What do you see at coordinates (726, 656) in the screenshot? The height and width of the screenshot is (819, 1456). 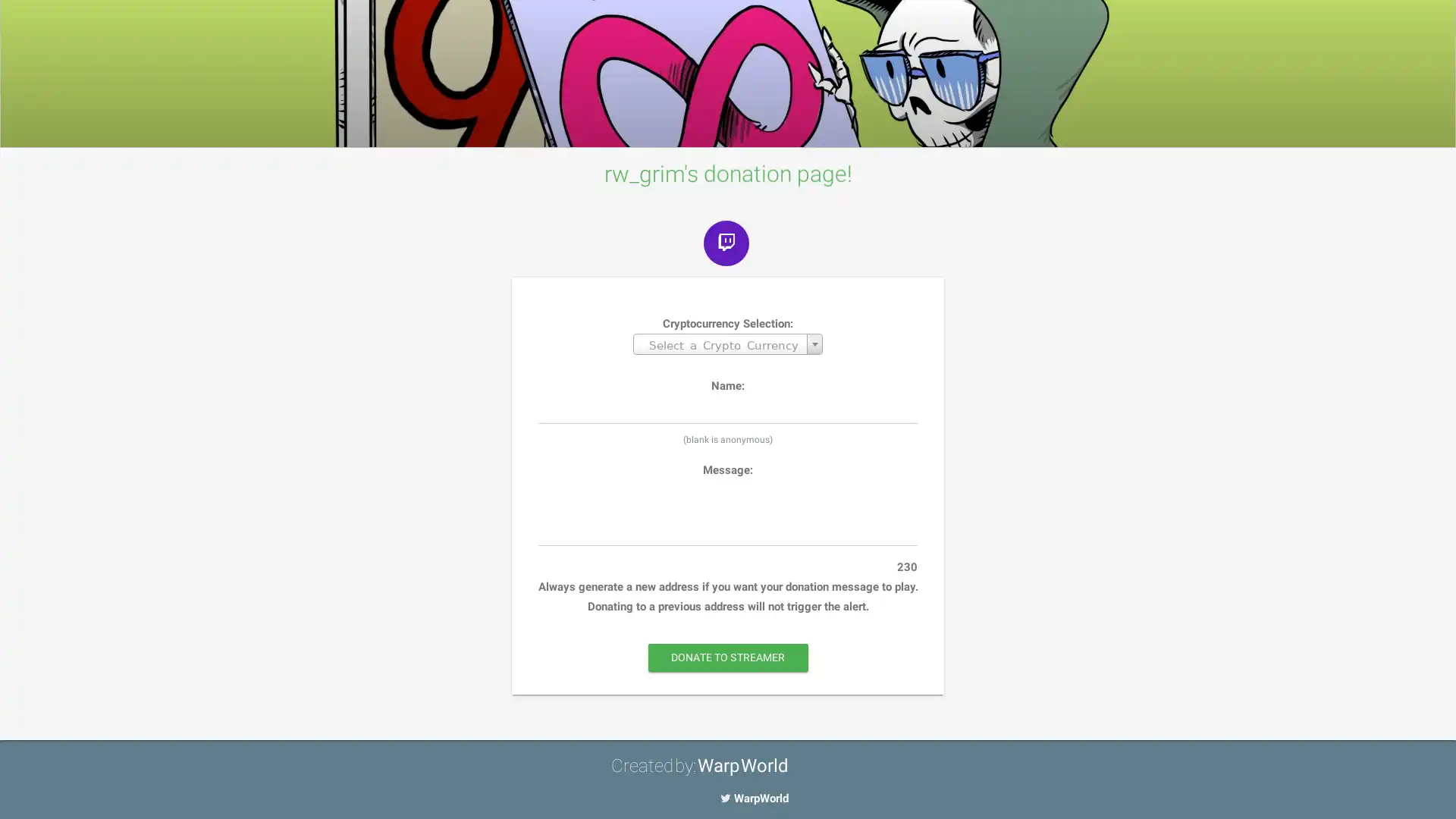 I see `DONATE TO STREAMER` at bounding box center [726, 656].